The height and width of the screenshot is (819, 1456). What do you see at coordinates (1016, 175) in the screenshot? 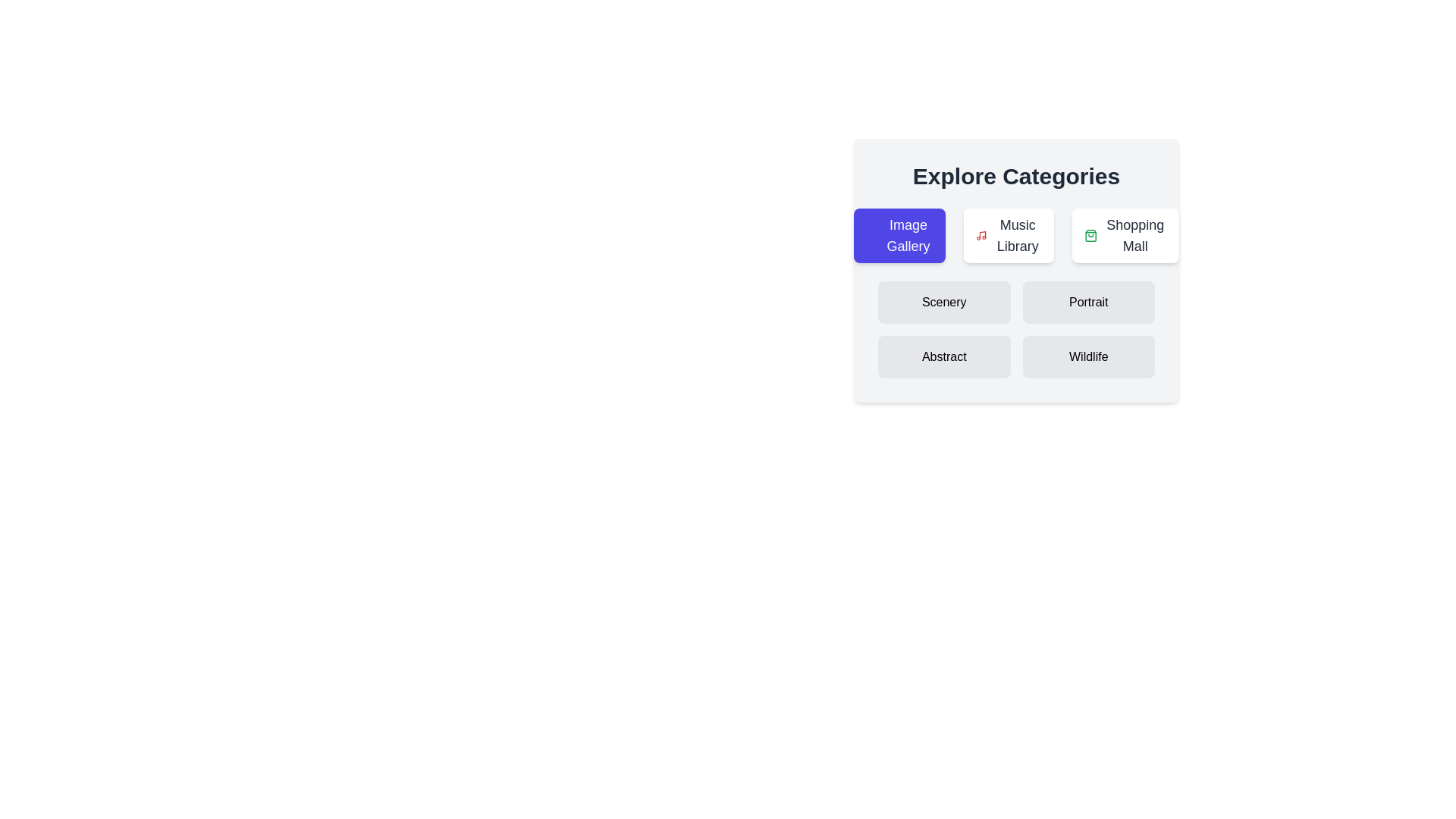
I see `the header text 'Explore Categories', which is prominently styled in large, bold, dark gray text and is centered above the category buttons` at bounding box center [1016, 175].